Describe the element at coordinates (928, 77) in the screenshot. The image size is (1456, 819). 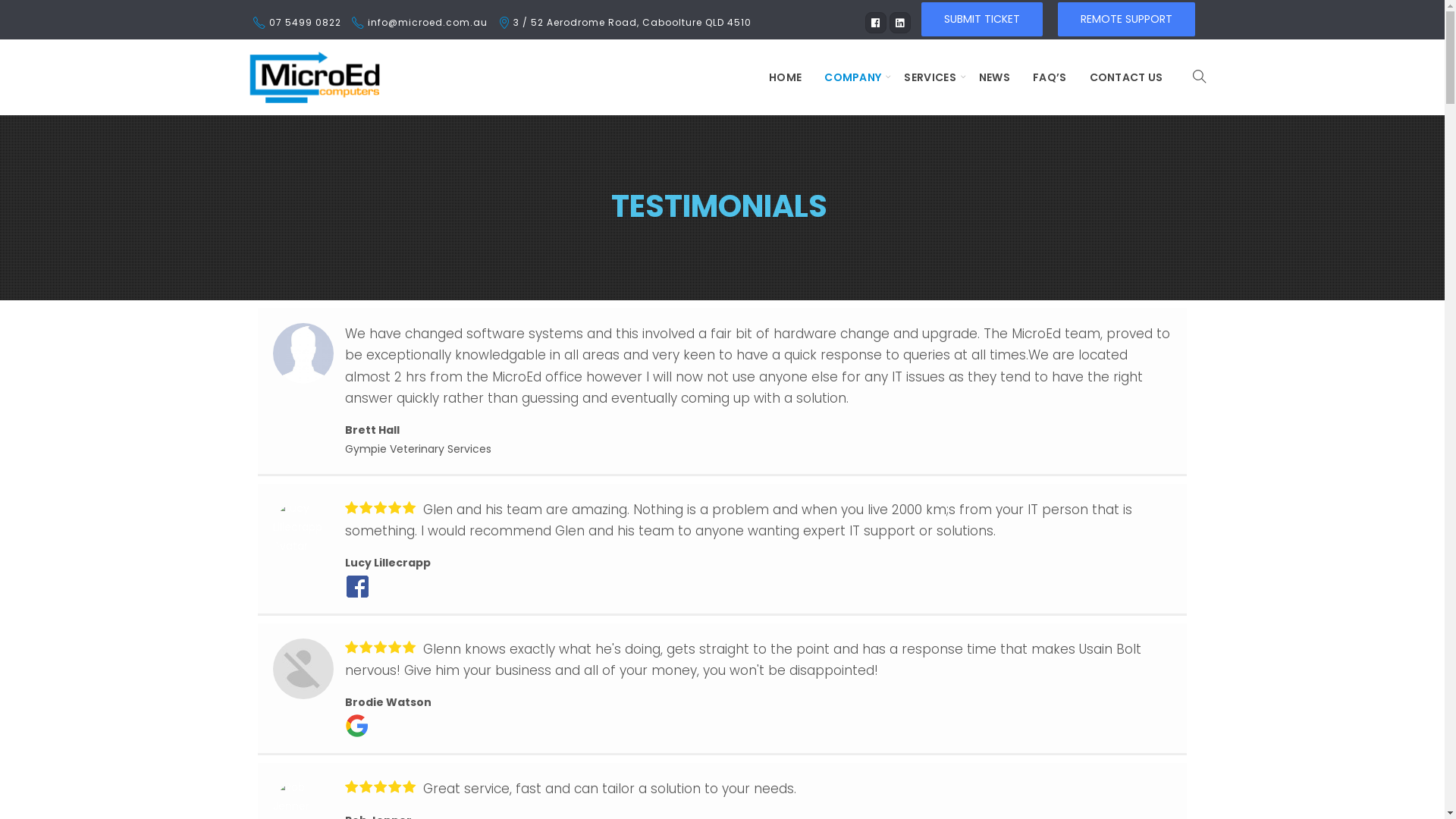
I see `'SERVICES'` at that location.